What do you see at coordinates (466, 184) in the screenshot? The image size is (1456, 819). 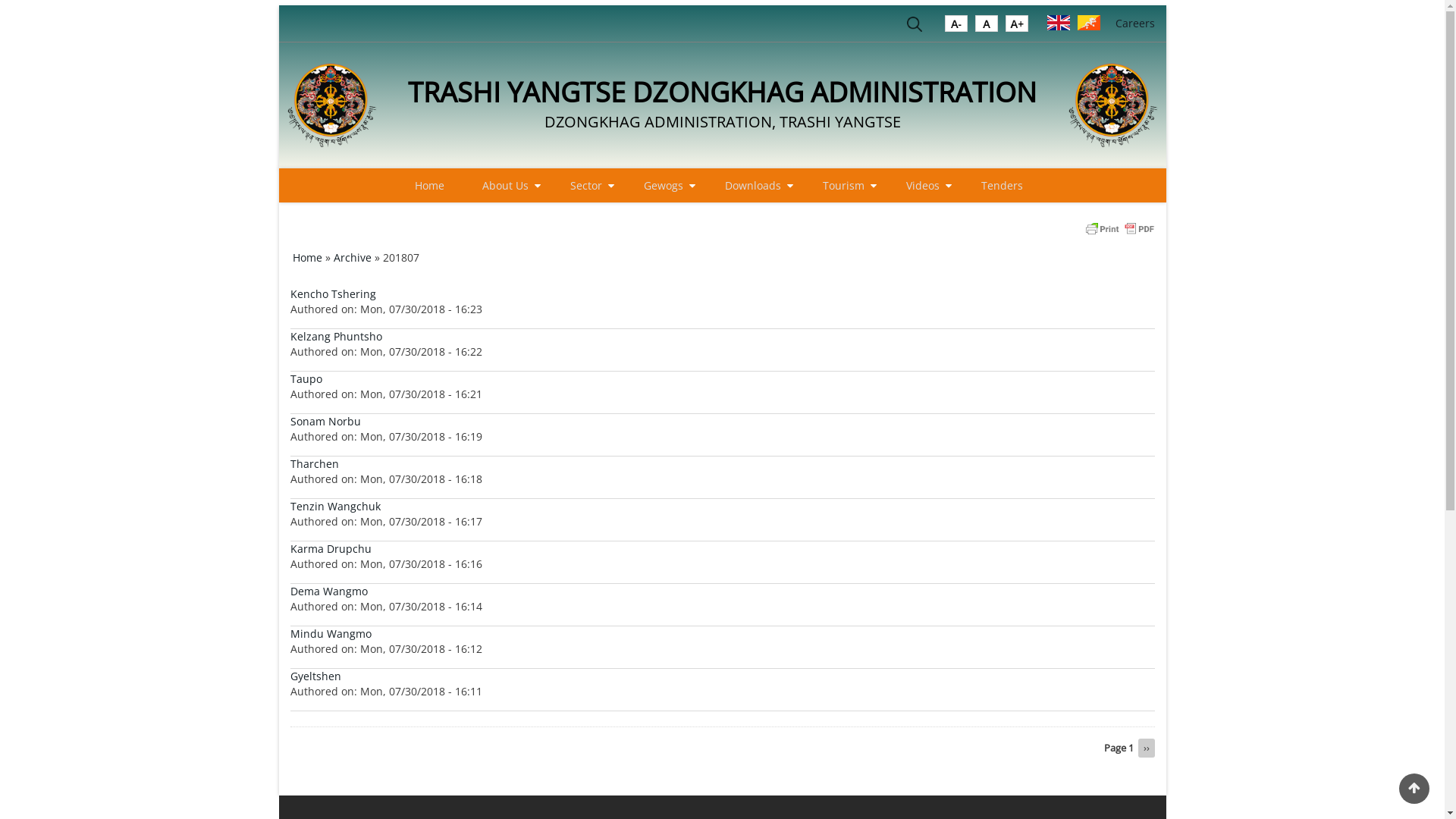 I see `'About Us'` at bounding box center [466, 184].